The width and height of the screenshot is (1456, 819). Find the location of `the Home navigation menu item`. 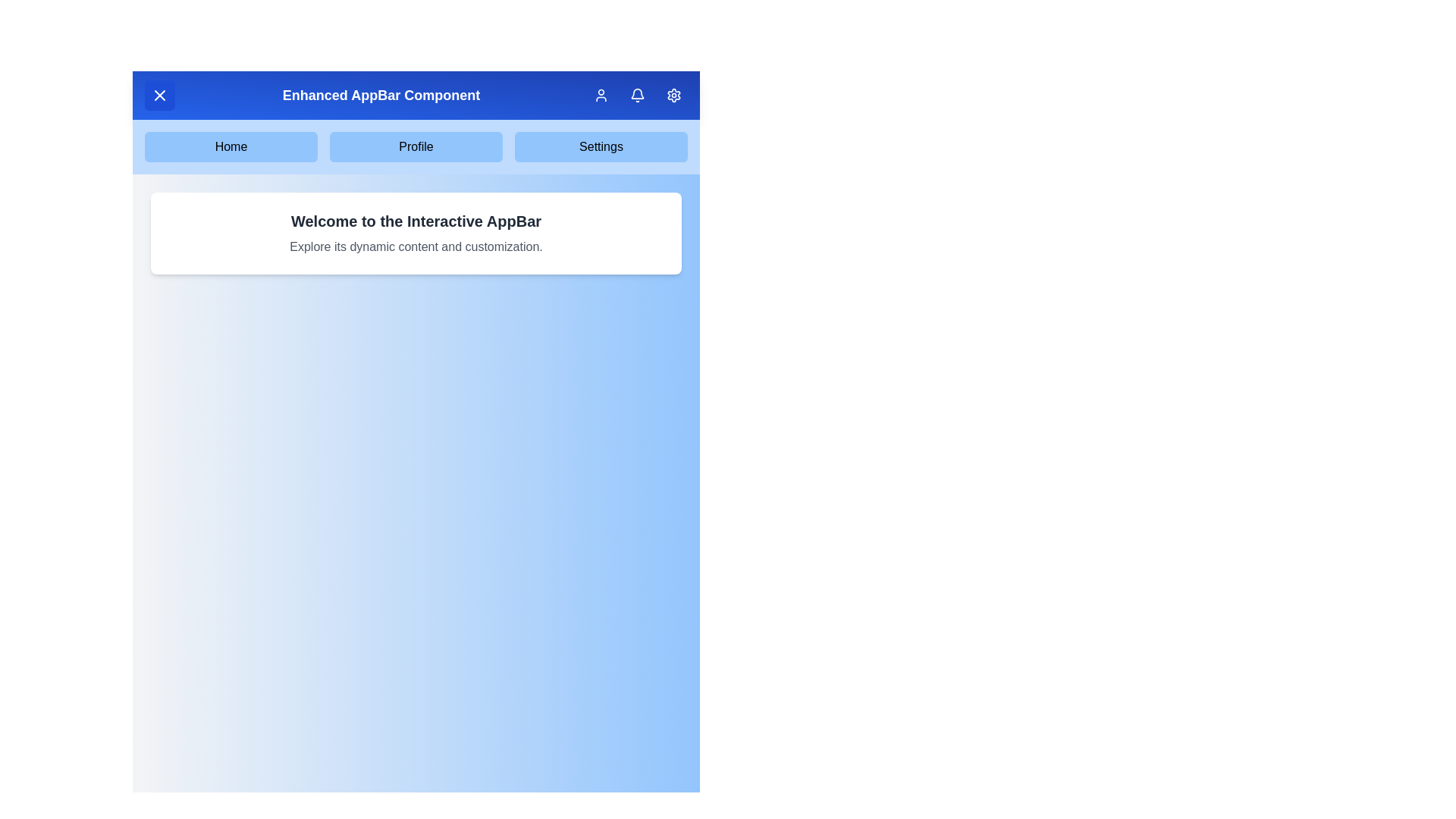

the Home navigation menu item is located at coordinates (231, 146).